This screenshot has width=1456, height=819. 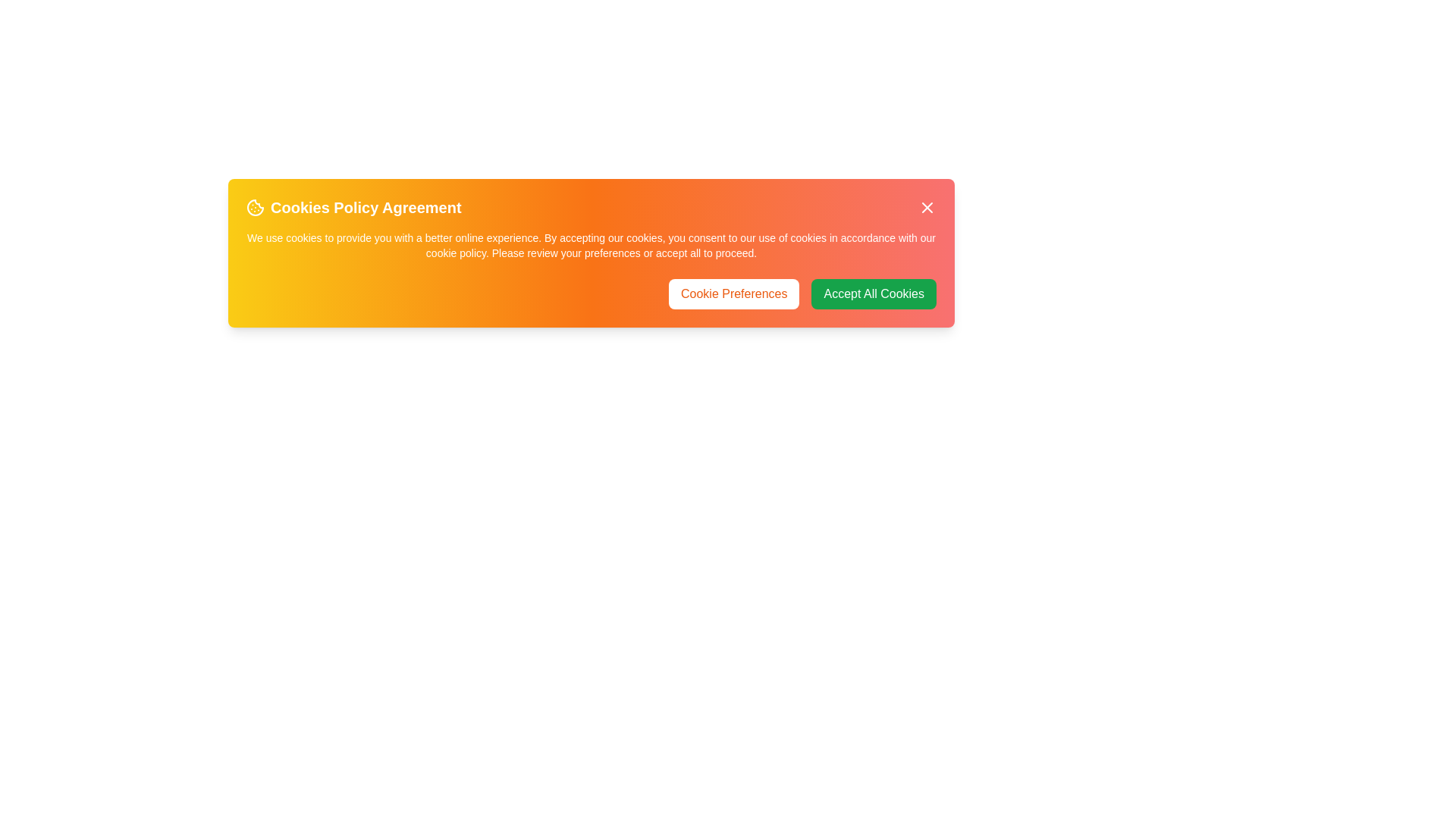 I want to click on text from the paragraph styled in white color about cookie usage policies, positioned centrally below the heading 'Cookies Policy Agreement', so click(x=590, y=245).